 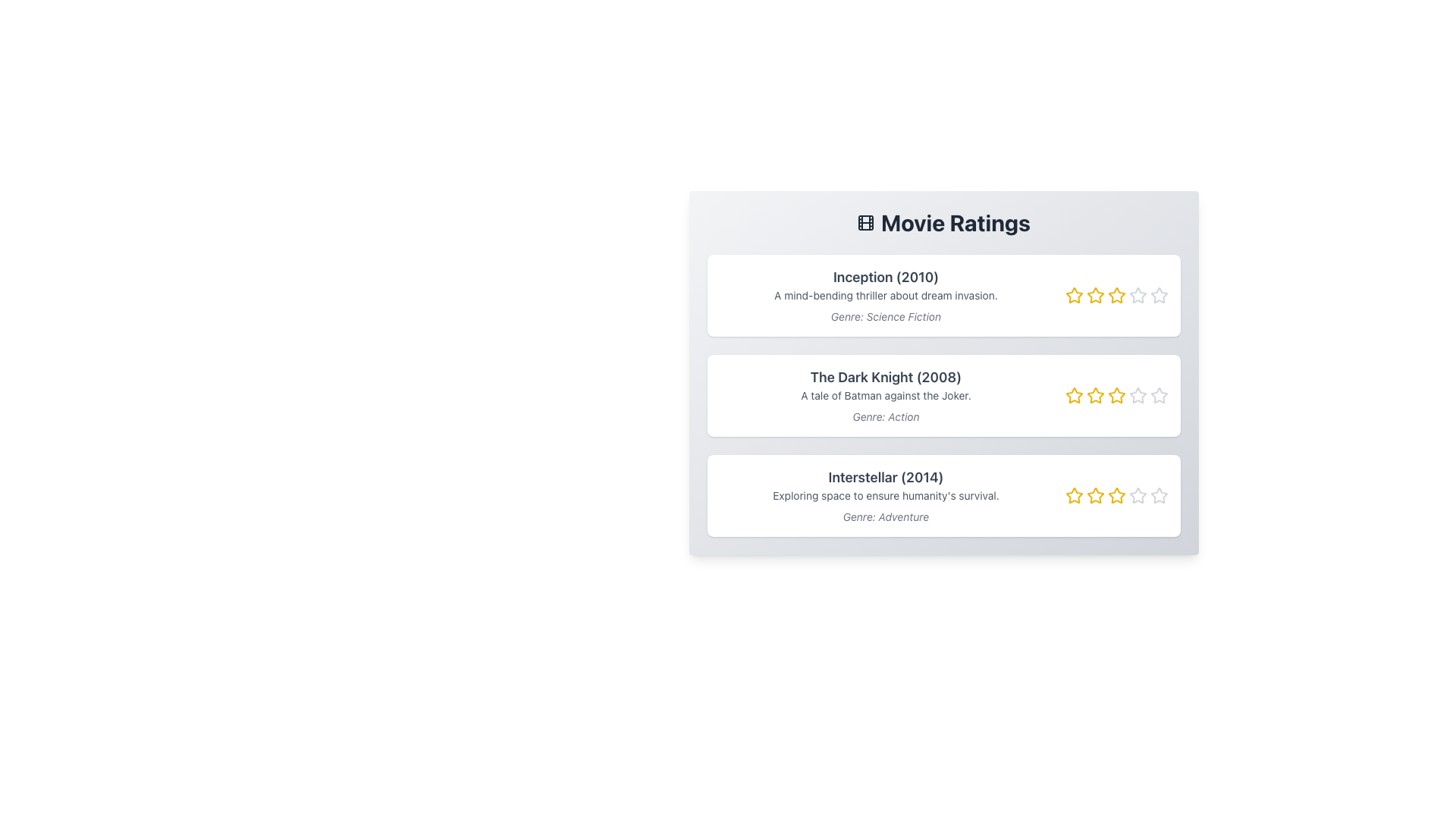 I want to click on the second yellow star icon in the rating section for the movie 'The Dark Knight (2008)' to set the rating, so click(x=1095, y=394).